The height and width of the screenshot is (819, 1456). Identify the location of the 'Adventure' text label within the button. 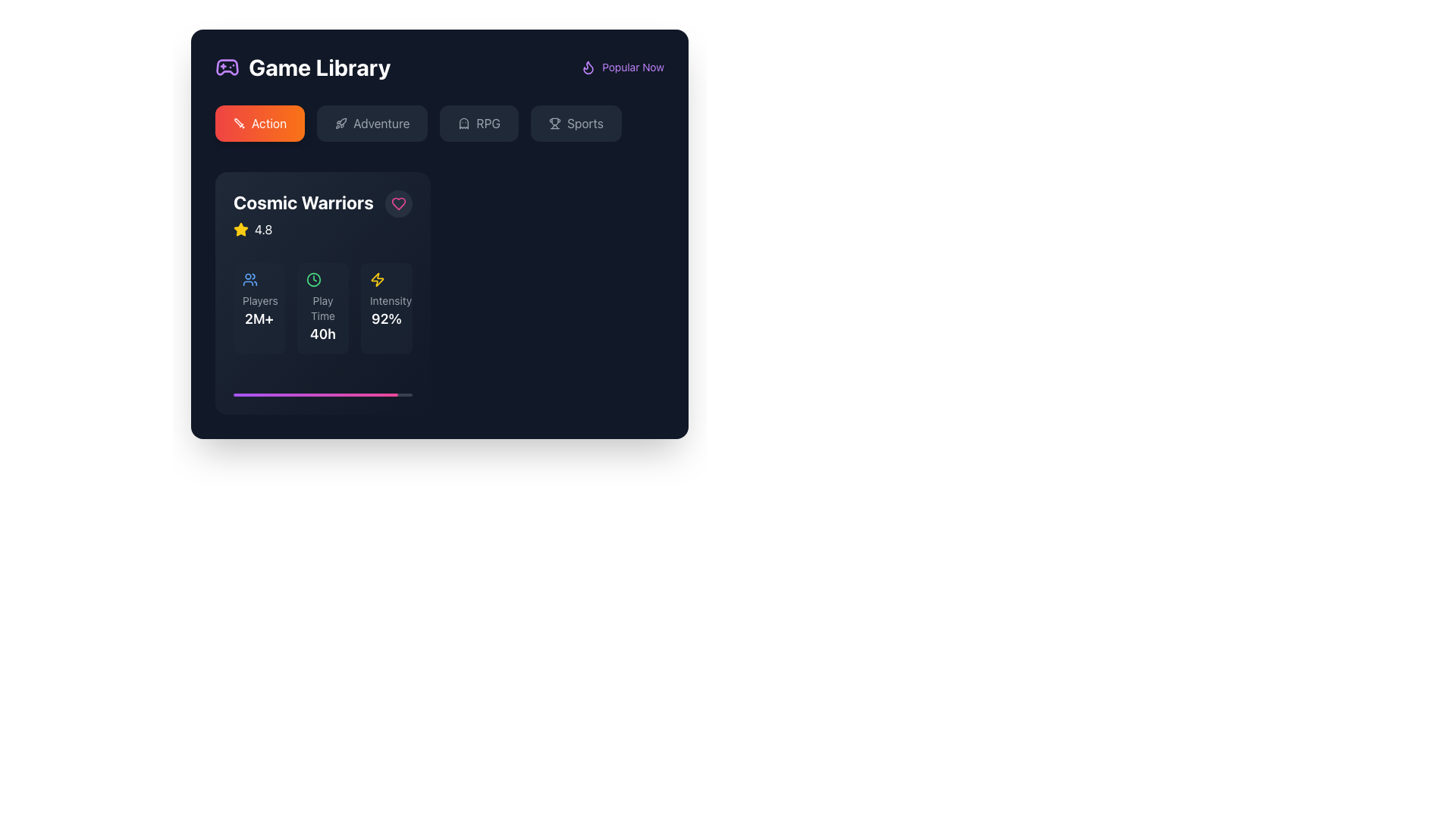
(381, 122).